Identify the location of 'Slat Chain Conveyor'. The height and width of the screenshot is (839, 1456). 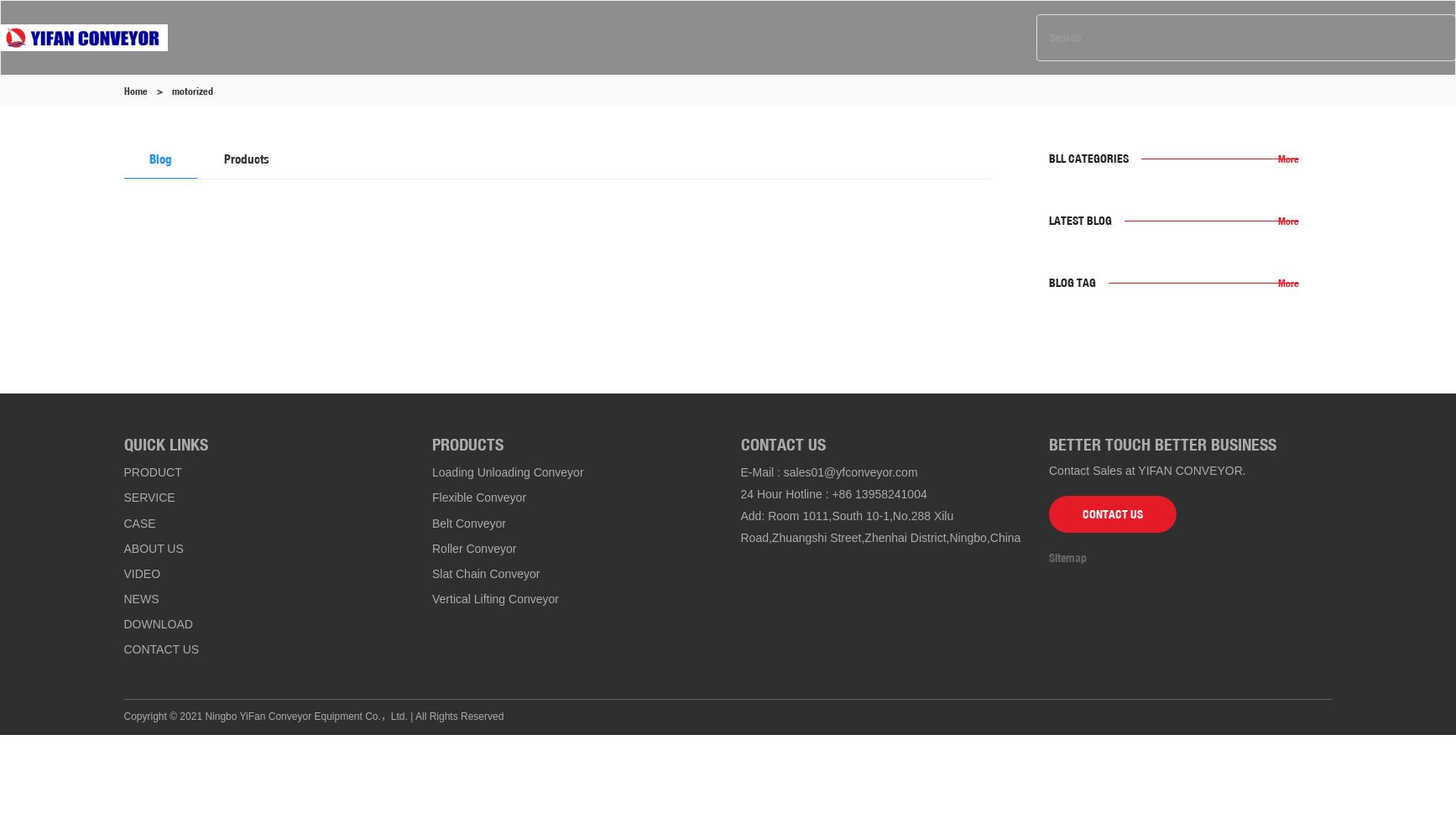
(485, 573).